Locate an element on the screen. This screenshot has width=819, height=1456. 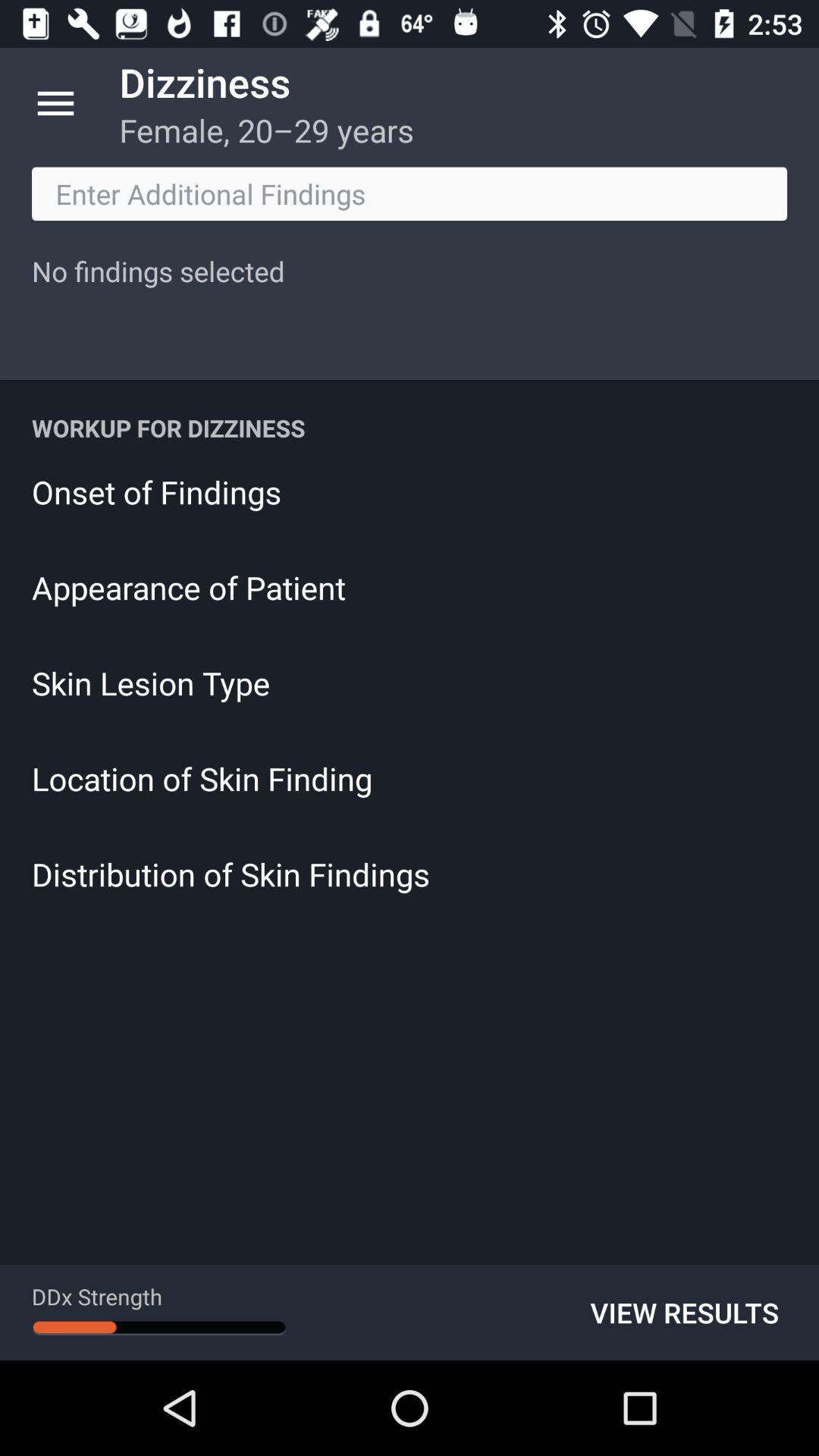
workup for dizziness icon is located at coordinates (409, 427).